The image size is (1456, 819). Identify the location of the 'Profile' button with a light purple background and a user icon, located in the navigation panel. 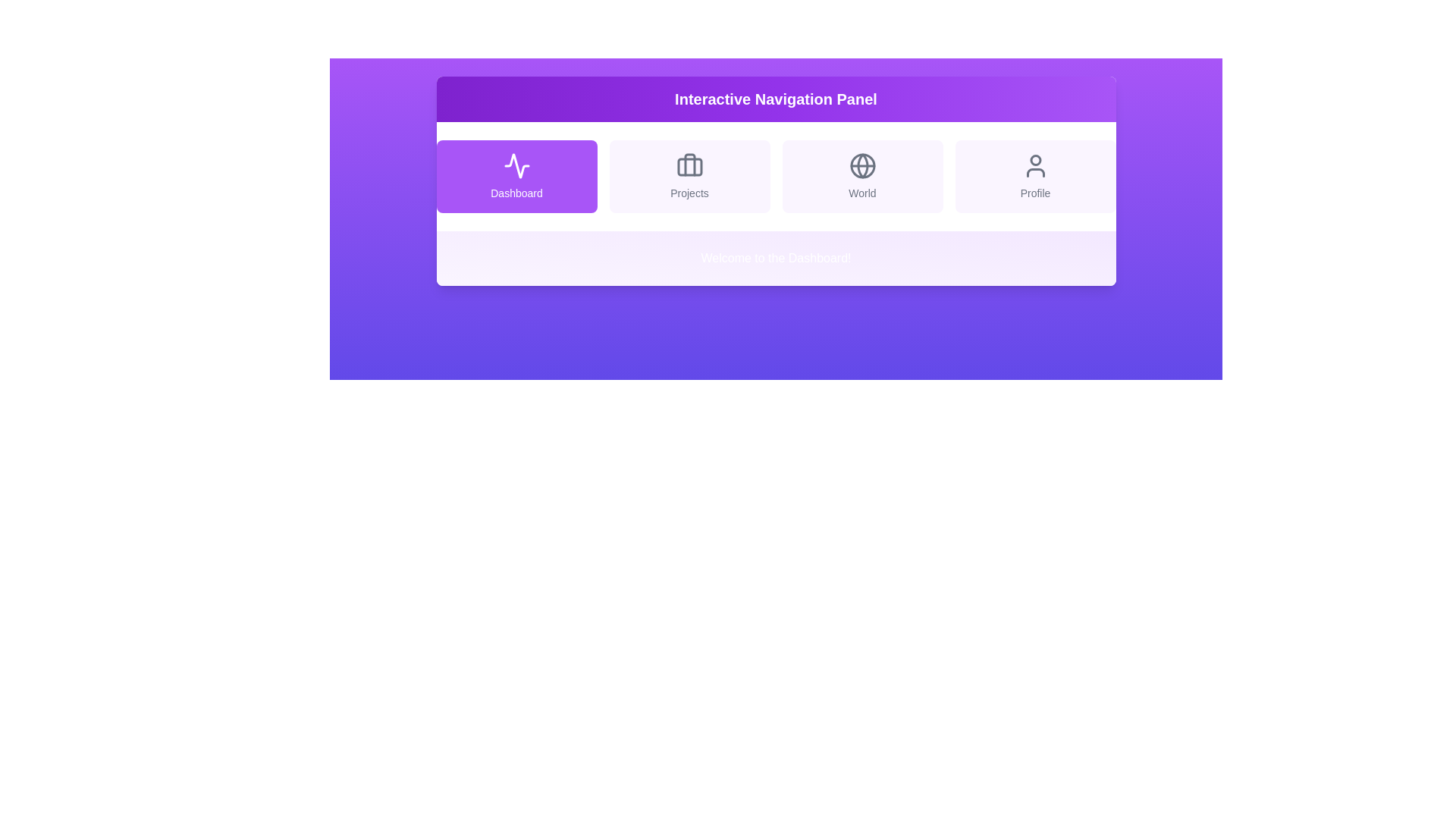
(1034, 175).